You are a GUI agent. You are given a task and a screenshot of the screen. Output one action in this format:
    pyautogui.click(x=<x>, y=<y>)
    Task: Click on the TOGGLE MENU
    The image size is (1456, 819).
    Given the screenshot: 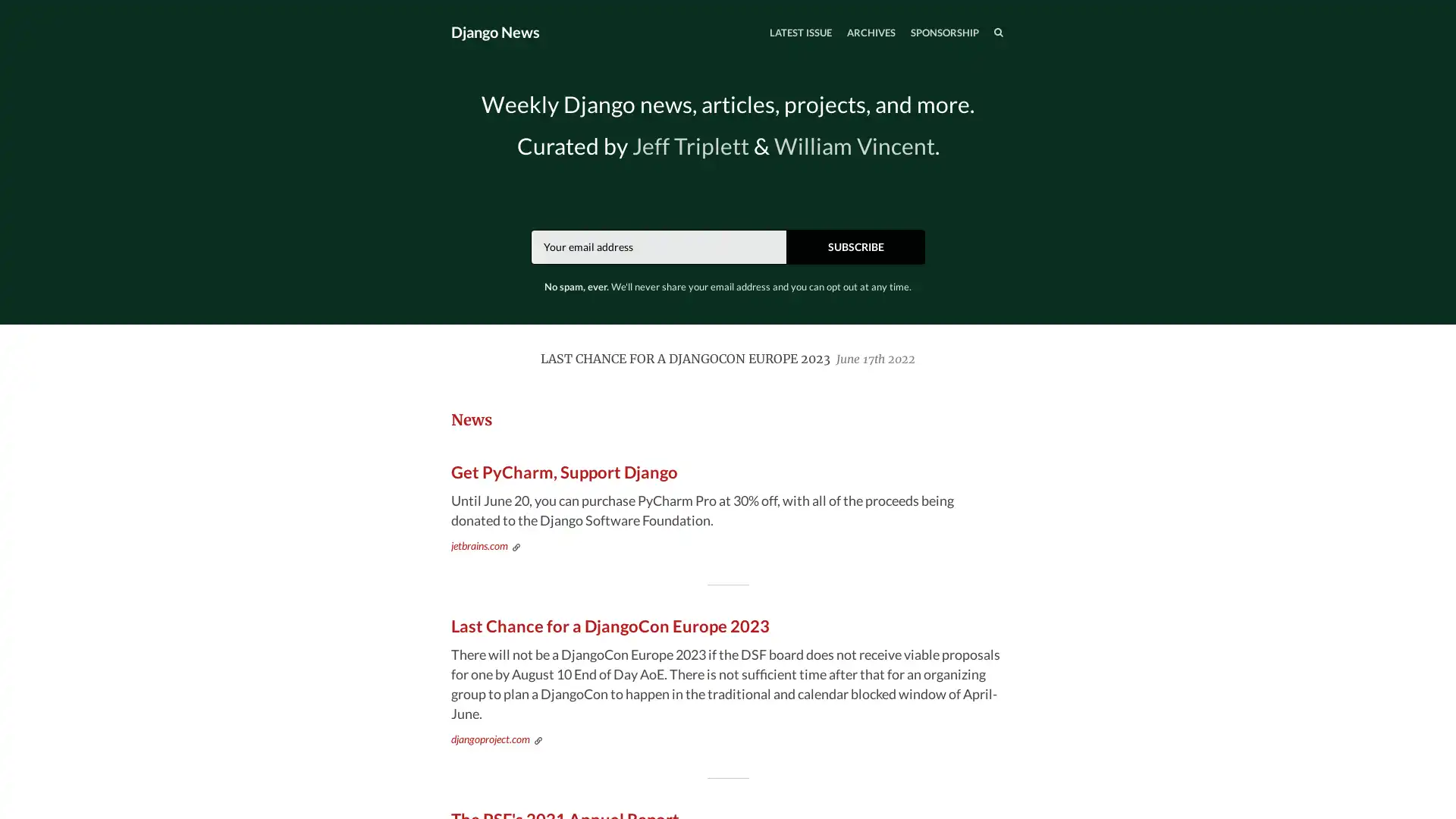 What is the action you would take?
    pyautogui.click(x=453, y=3)
    